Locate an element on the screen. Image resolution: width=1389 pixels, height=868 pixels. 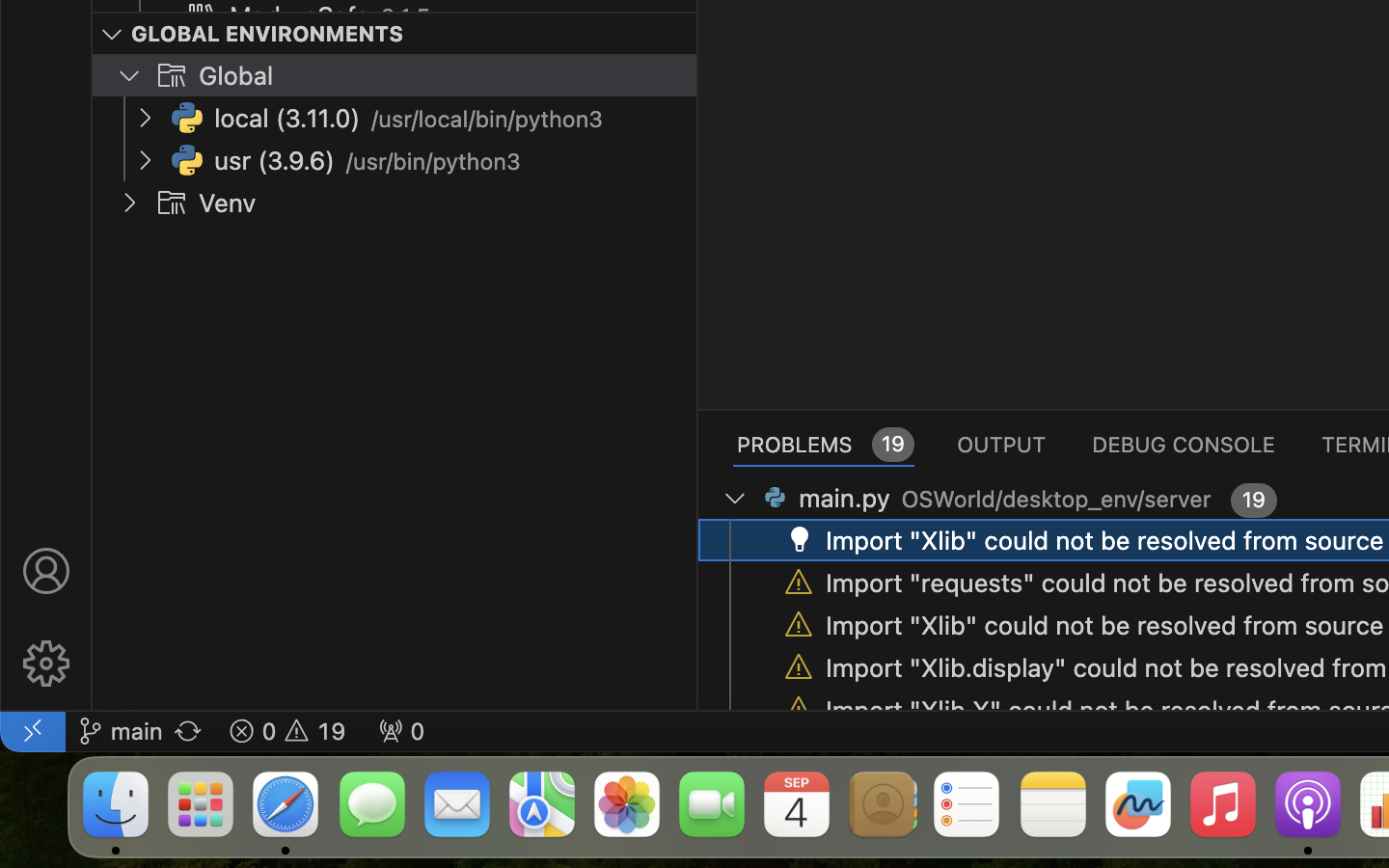
'usr (3.9.6)' is located at coordinates (273, 161).